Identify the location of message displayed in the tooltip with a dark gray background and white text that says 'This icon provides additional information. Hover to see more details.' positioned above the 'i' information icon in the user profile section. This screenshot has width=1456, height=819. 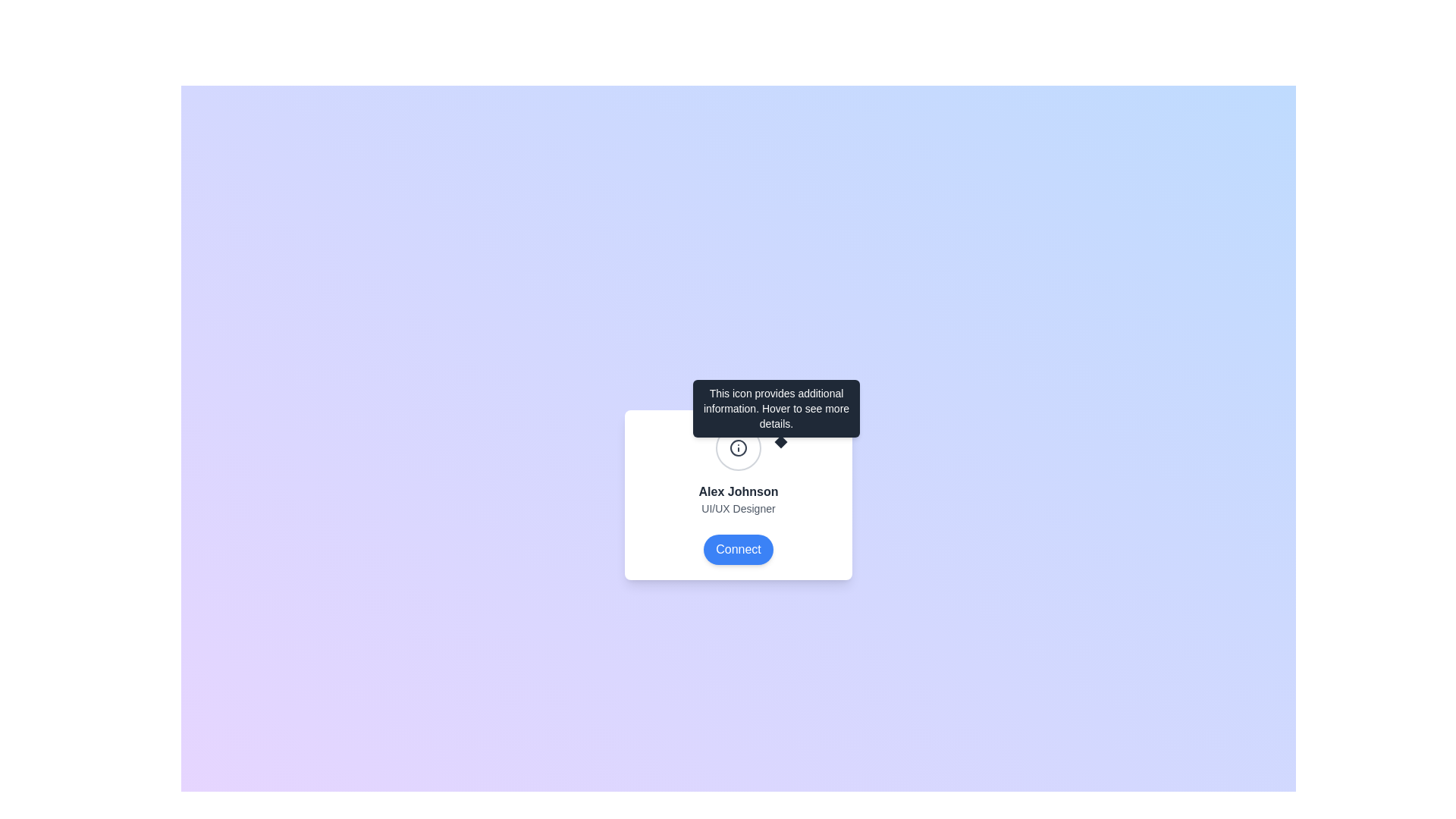
(776, 408).